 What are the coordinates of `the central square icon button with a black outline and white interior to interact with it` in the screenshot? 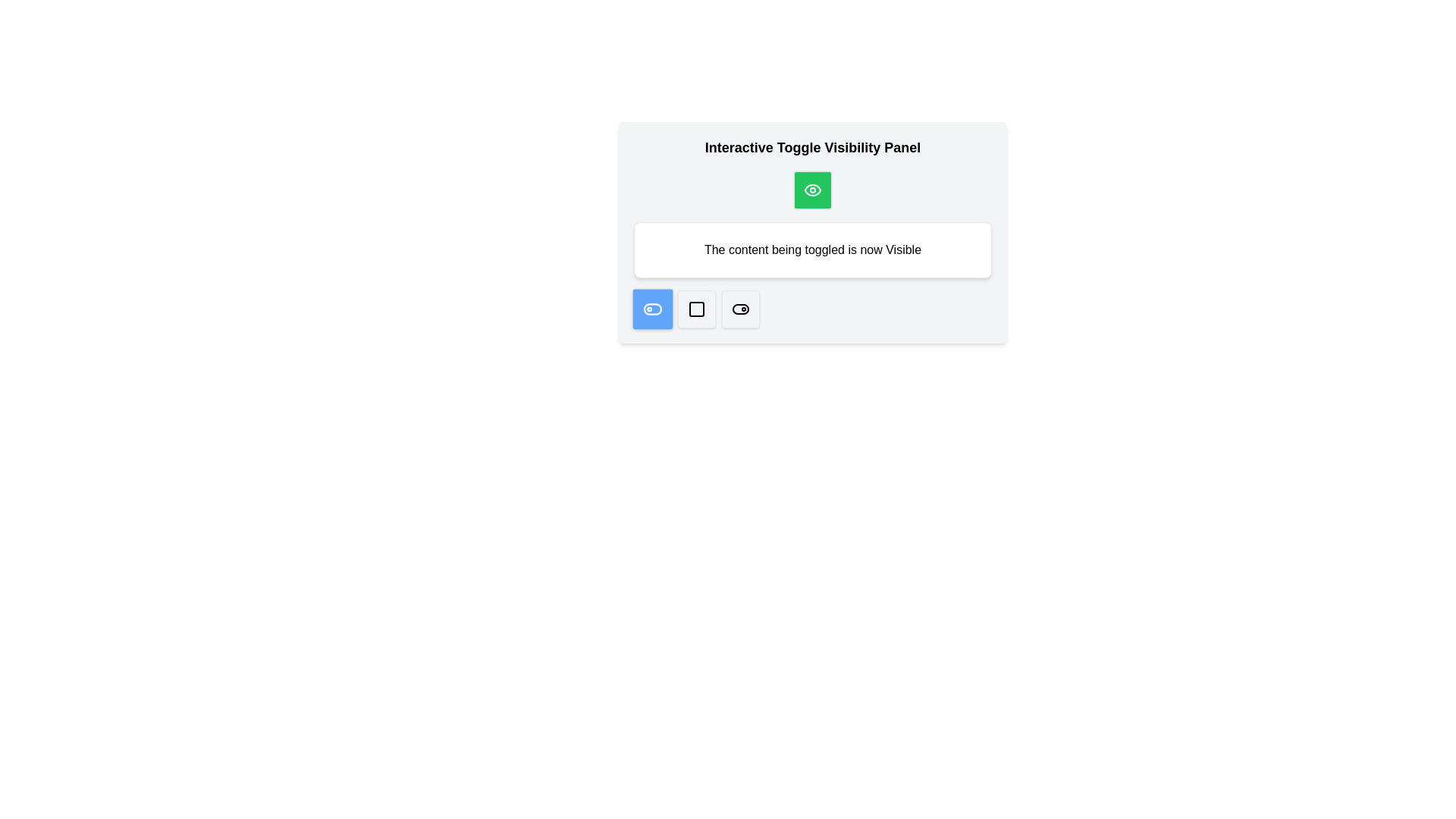 It's located at (695, 309).